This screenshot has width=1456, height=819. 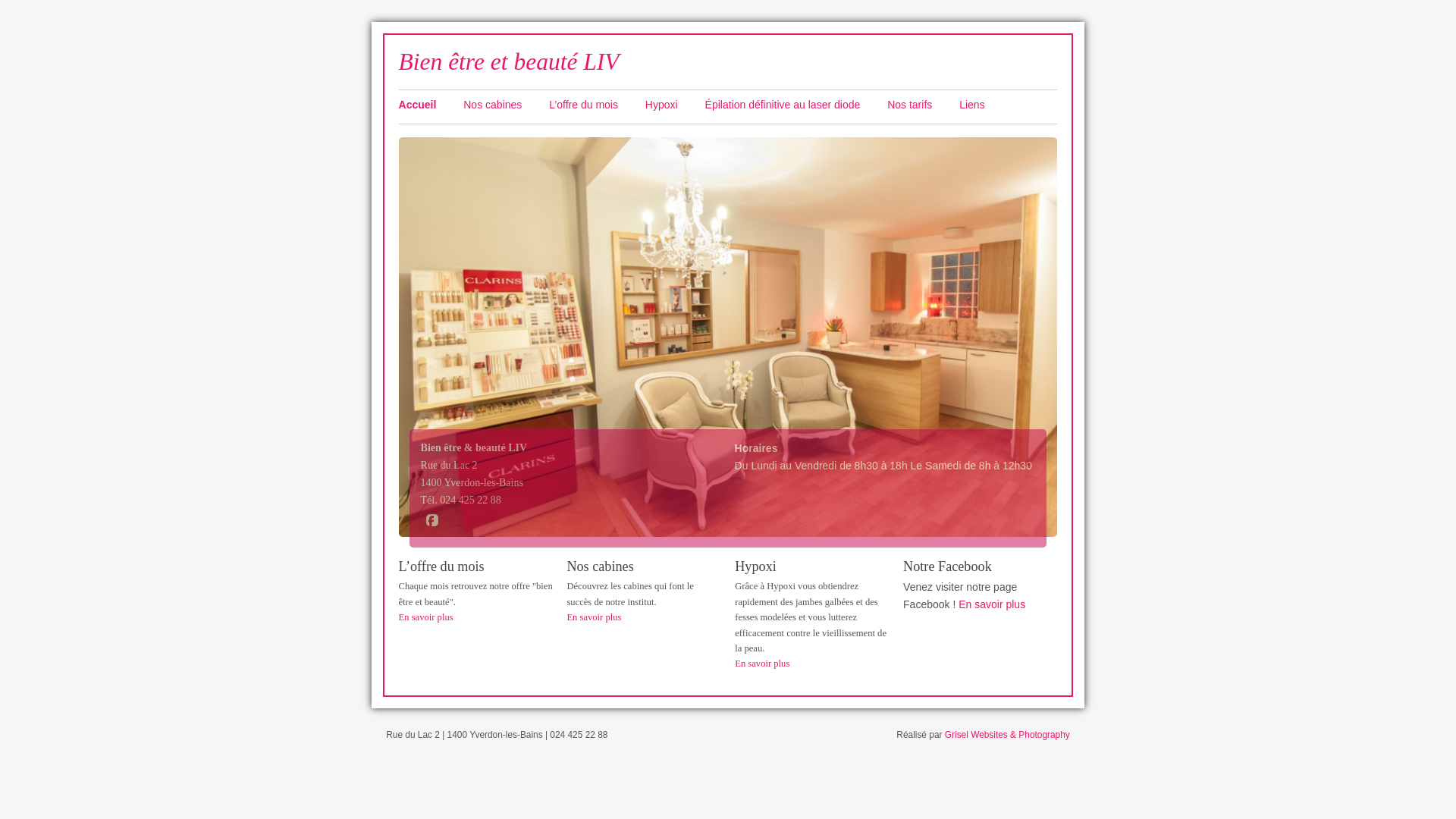 I want to click on 'Grisel Websites & Photography', so click(x=1007, y=733).